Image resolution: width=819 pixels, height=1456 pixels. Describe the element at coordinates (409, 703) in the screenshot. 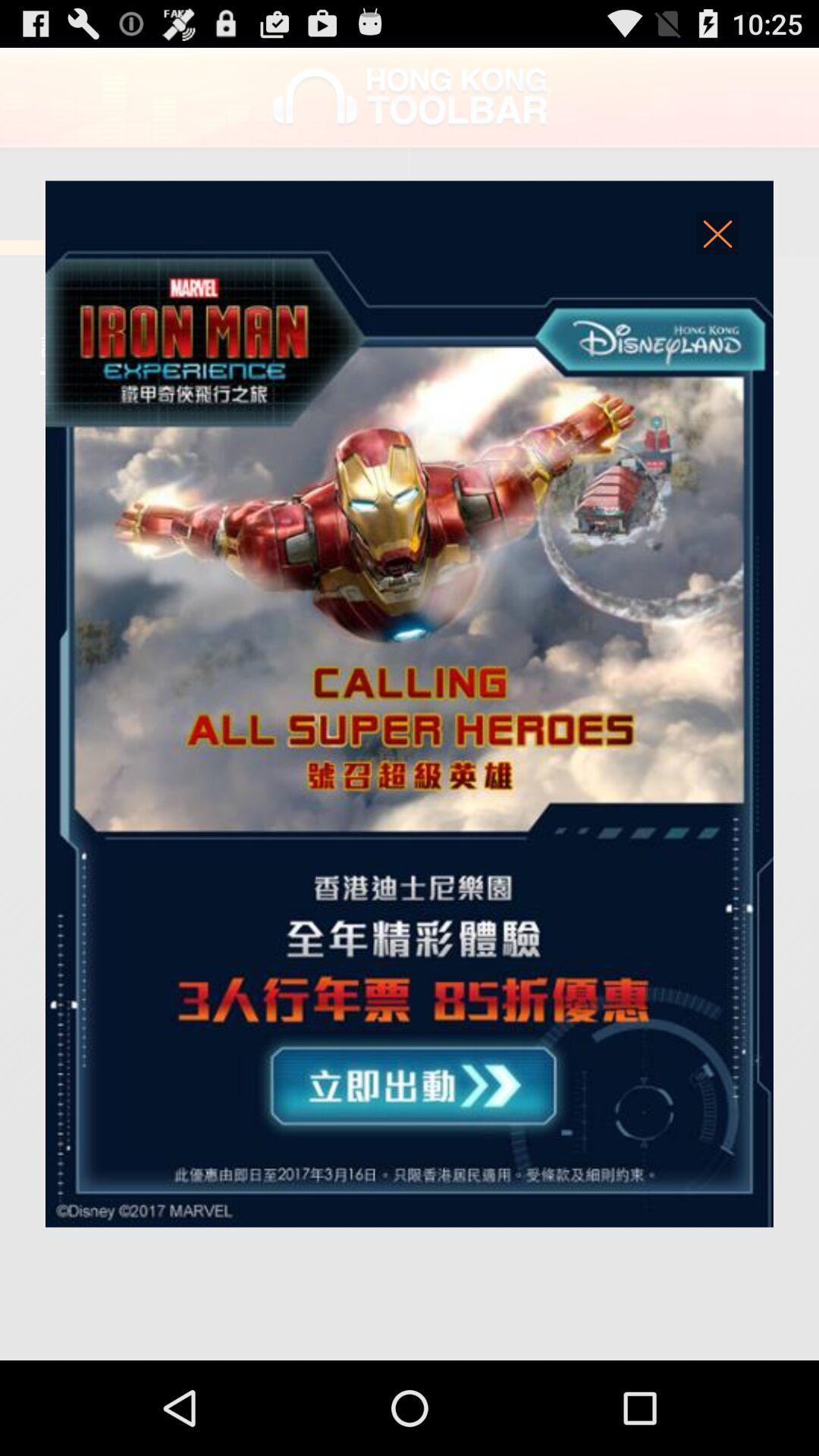

I see `open an advertisements` at that location.